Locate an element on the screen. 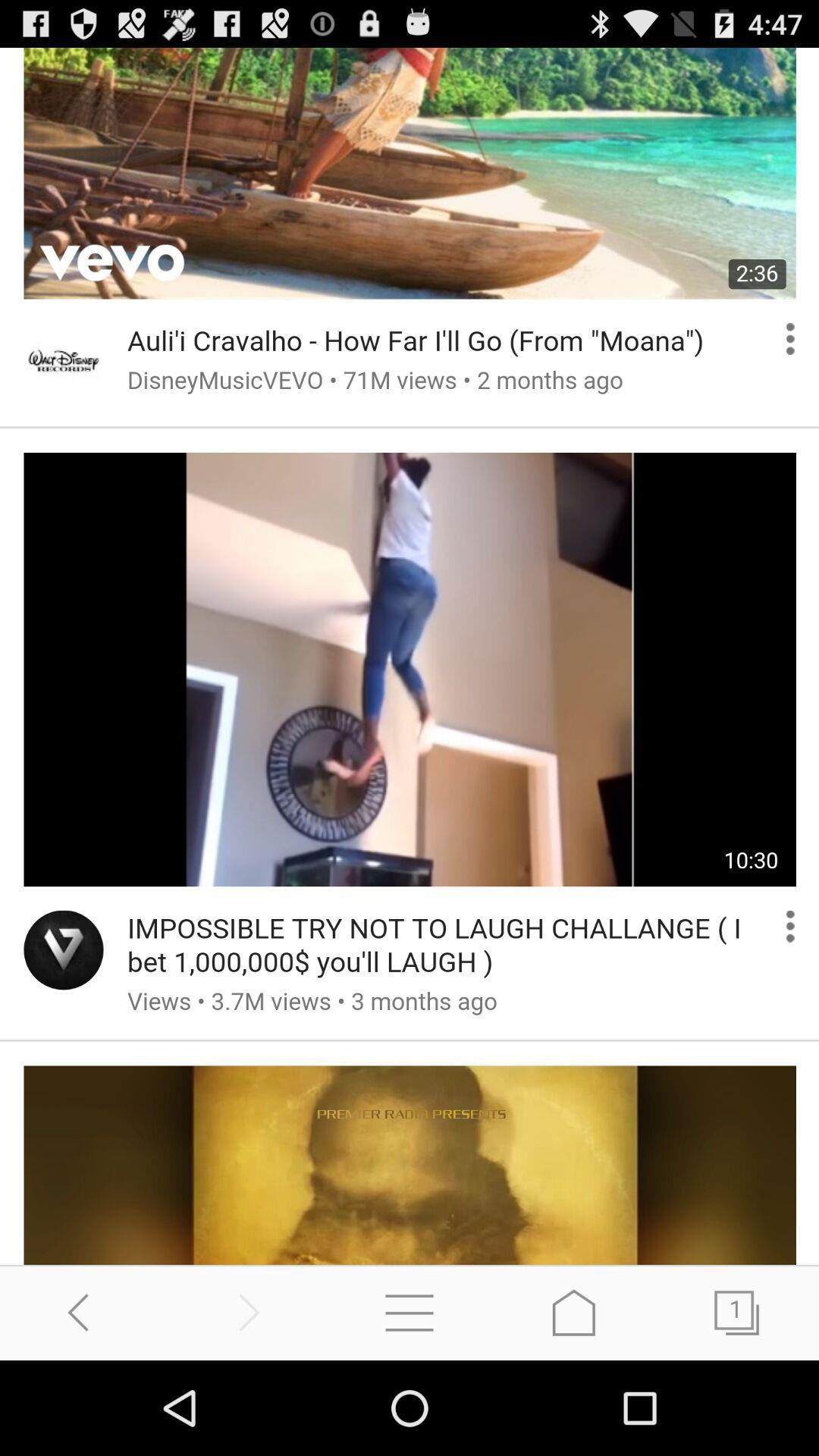 This screenshot has height=1456, width=819. undo is located at coordinates (82, 1312).